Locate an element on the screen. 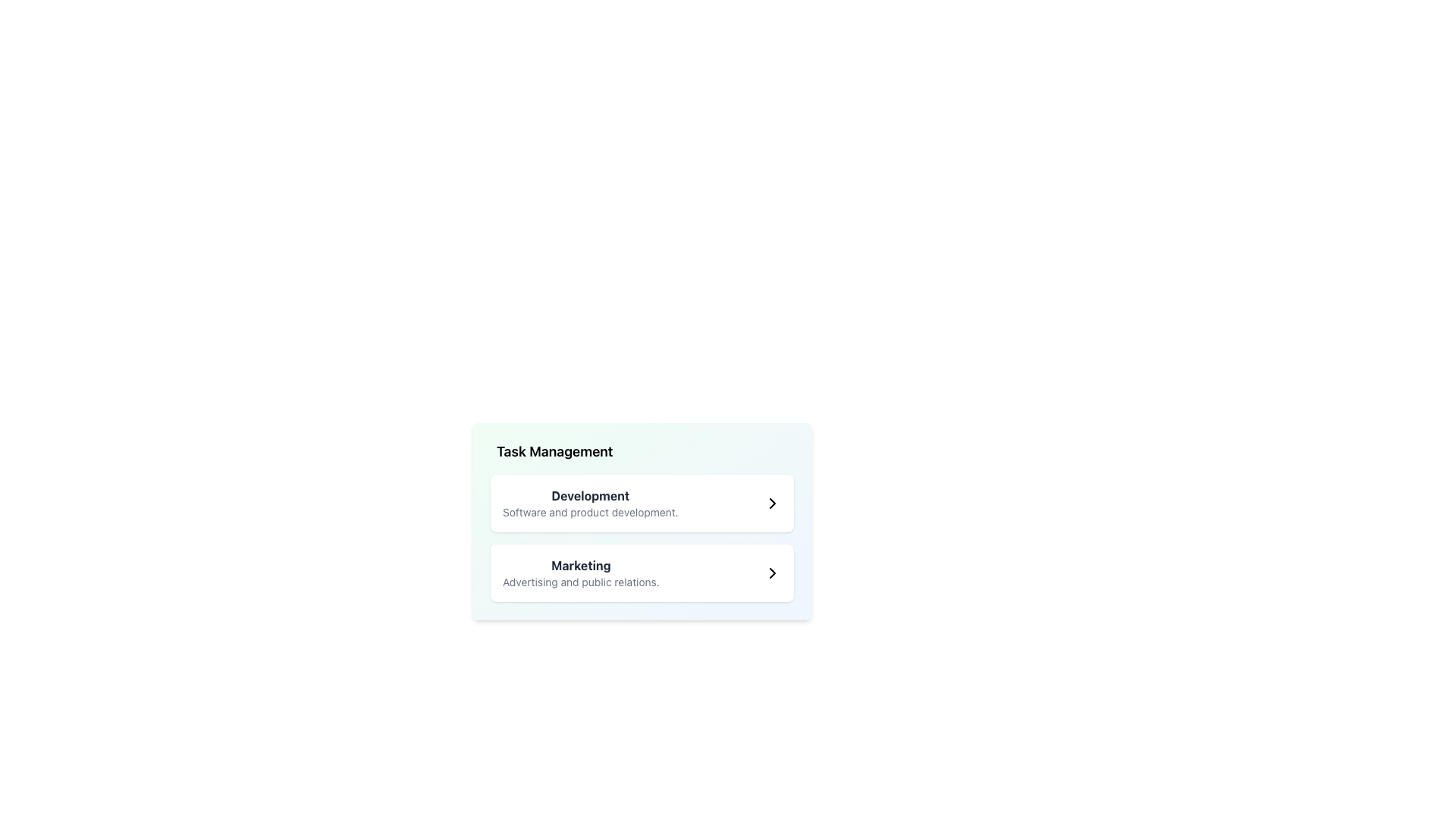  the Text Label that provides a description related to 'Marketing', positioned directly beneath the bolded text is located at coordinates (580, 581).